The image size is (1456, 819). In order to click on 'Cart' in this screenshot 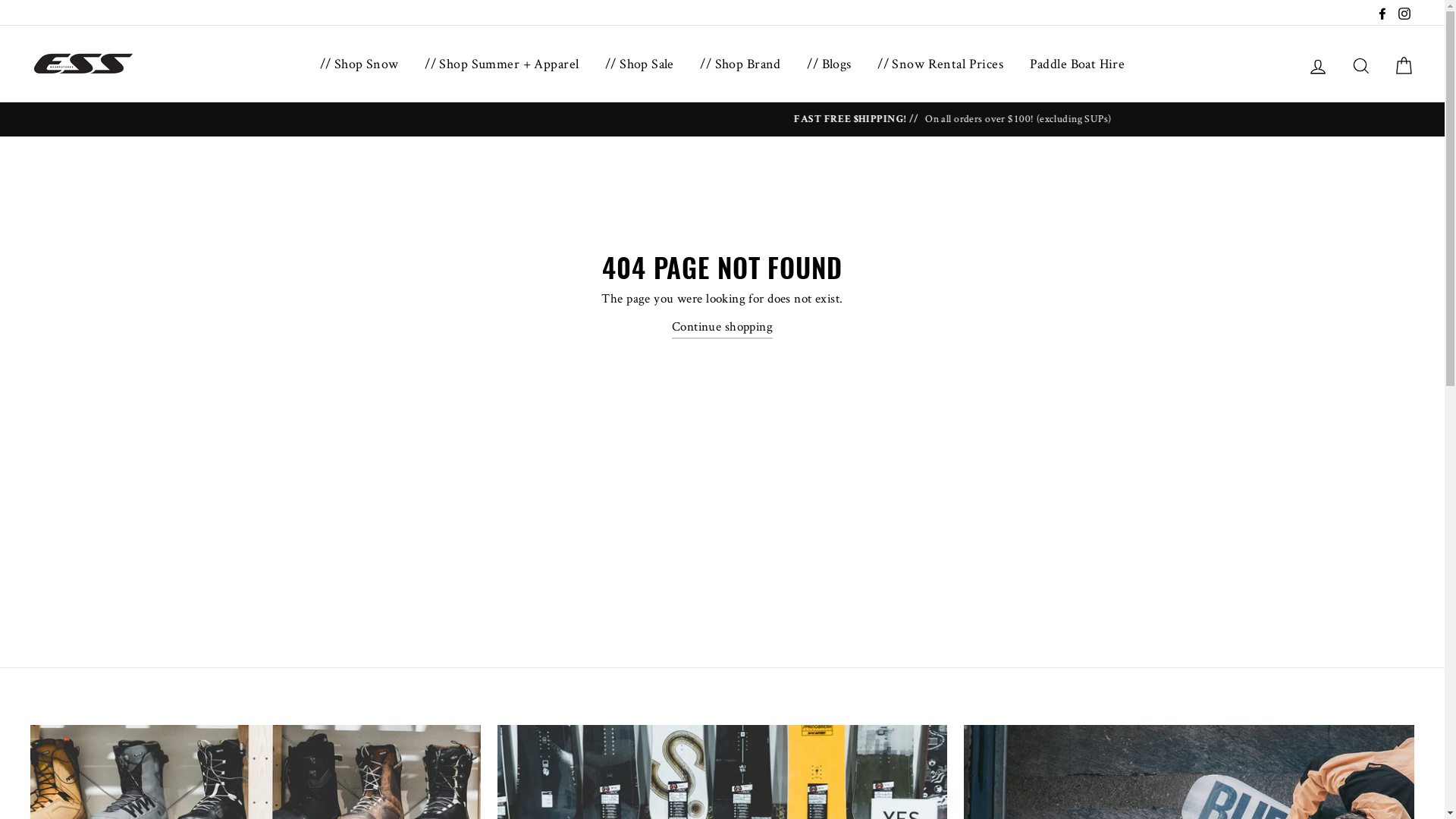, I will do `click(1403, 63)`.